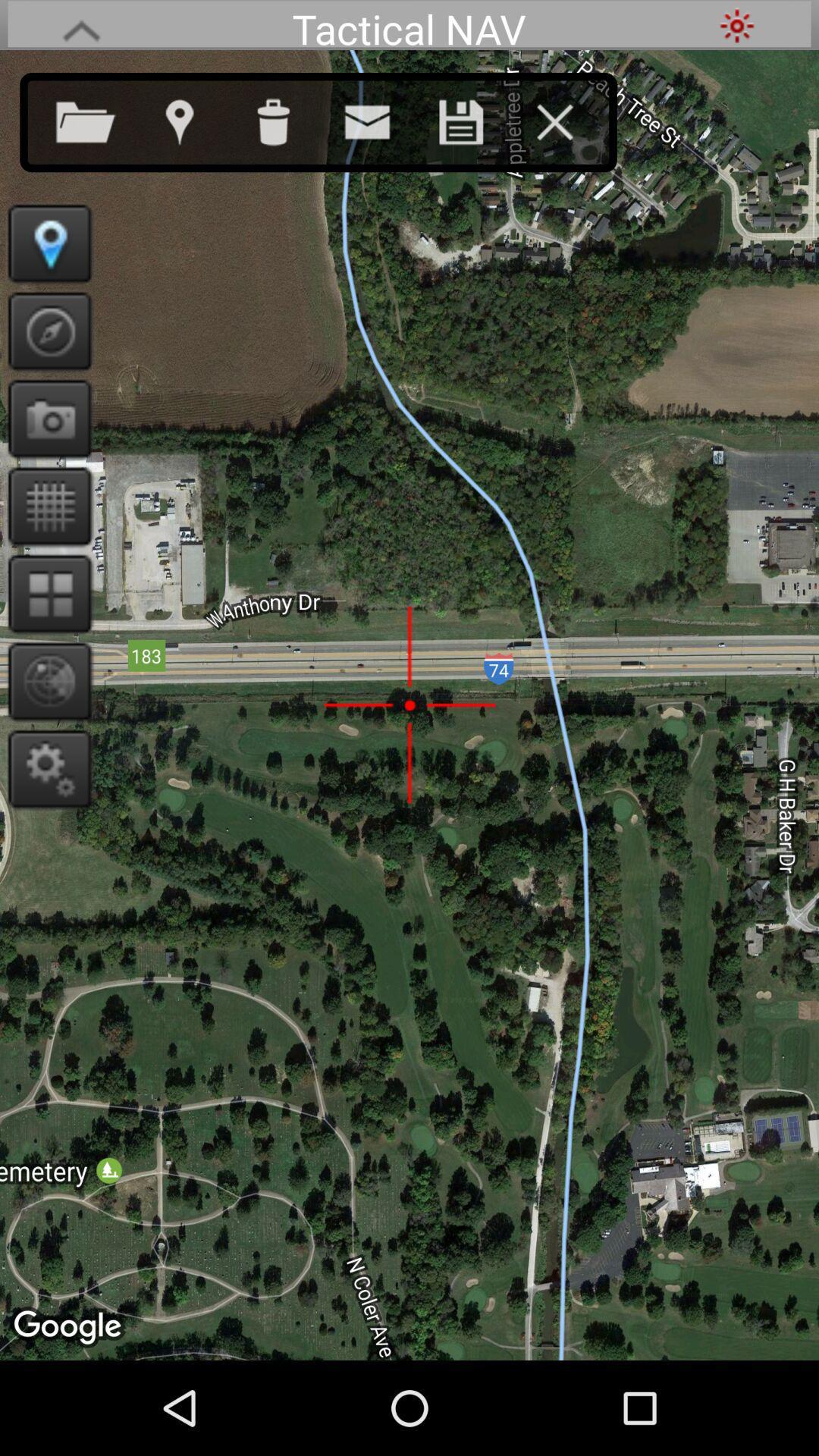 The height and width of the screenshot is (1456, 819). I want to click on the location icon, so click(44, 260).